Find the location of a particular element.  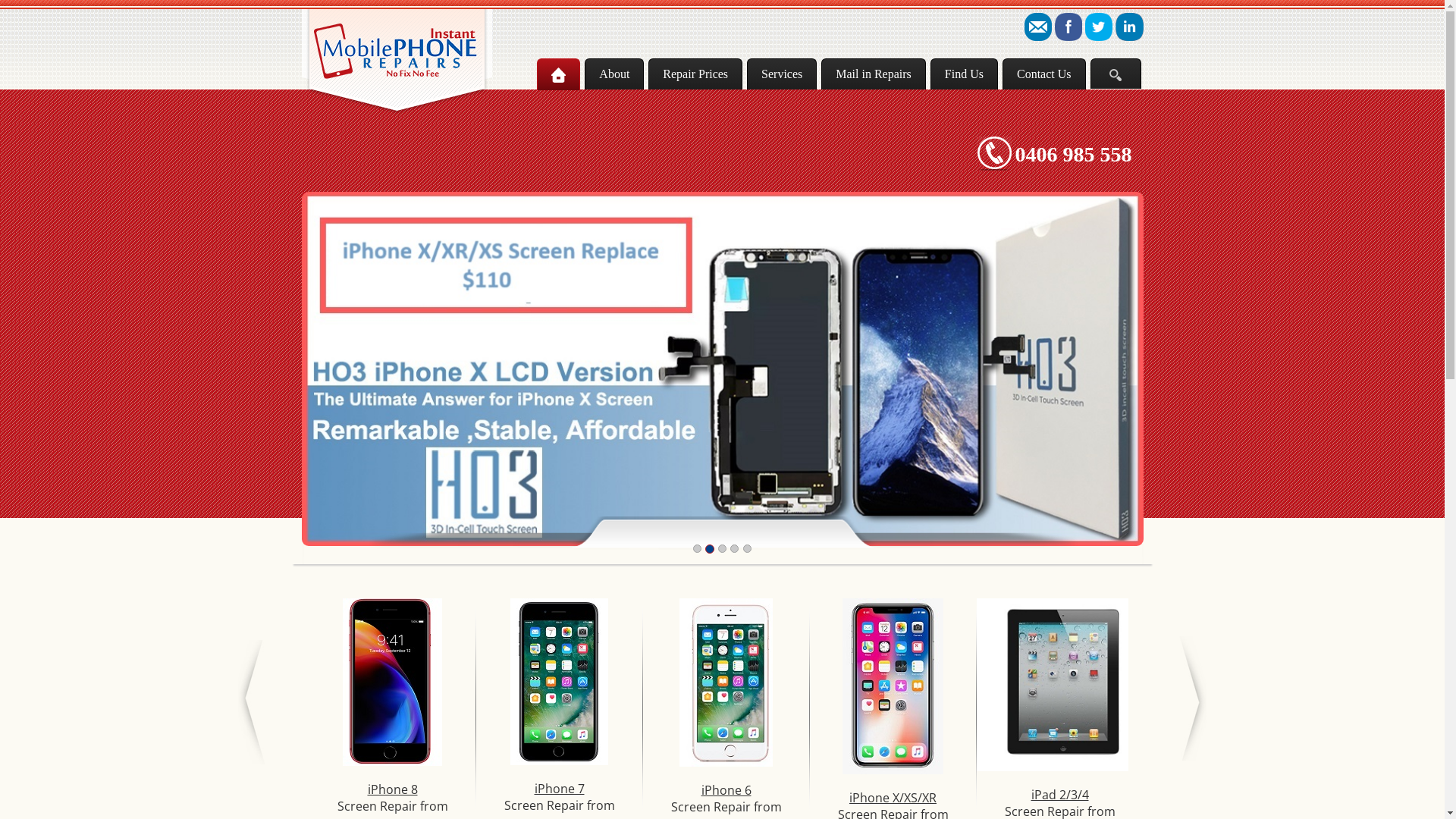

'Services' is located at coordinates (782, 74).